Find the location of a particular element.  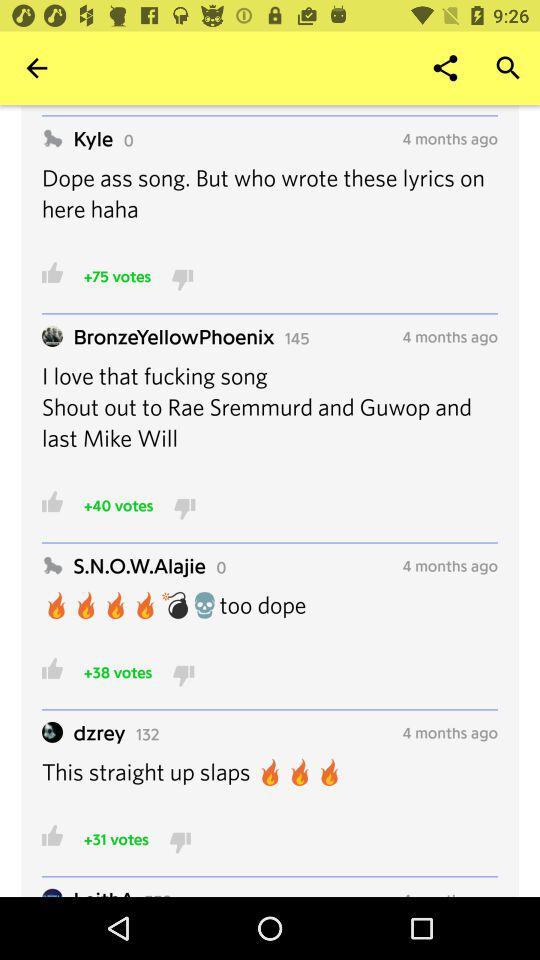

+31 votes item is located at coordinates (116, 839).